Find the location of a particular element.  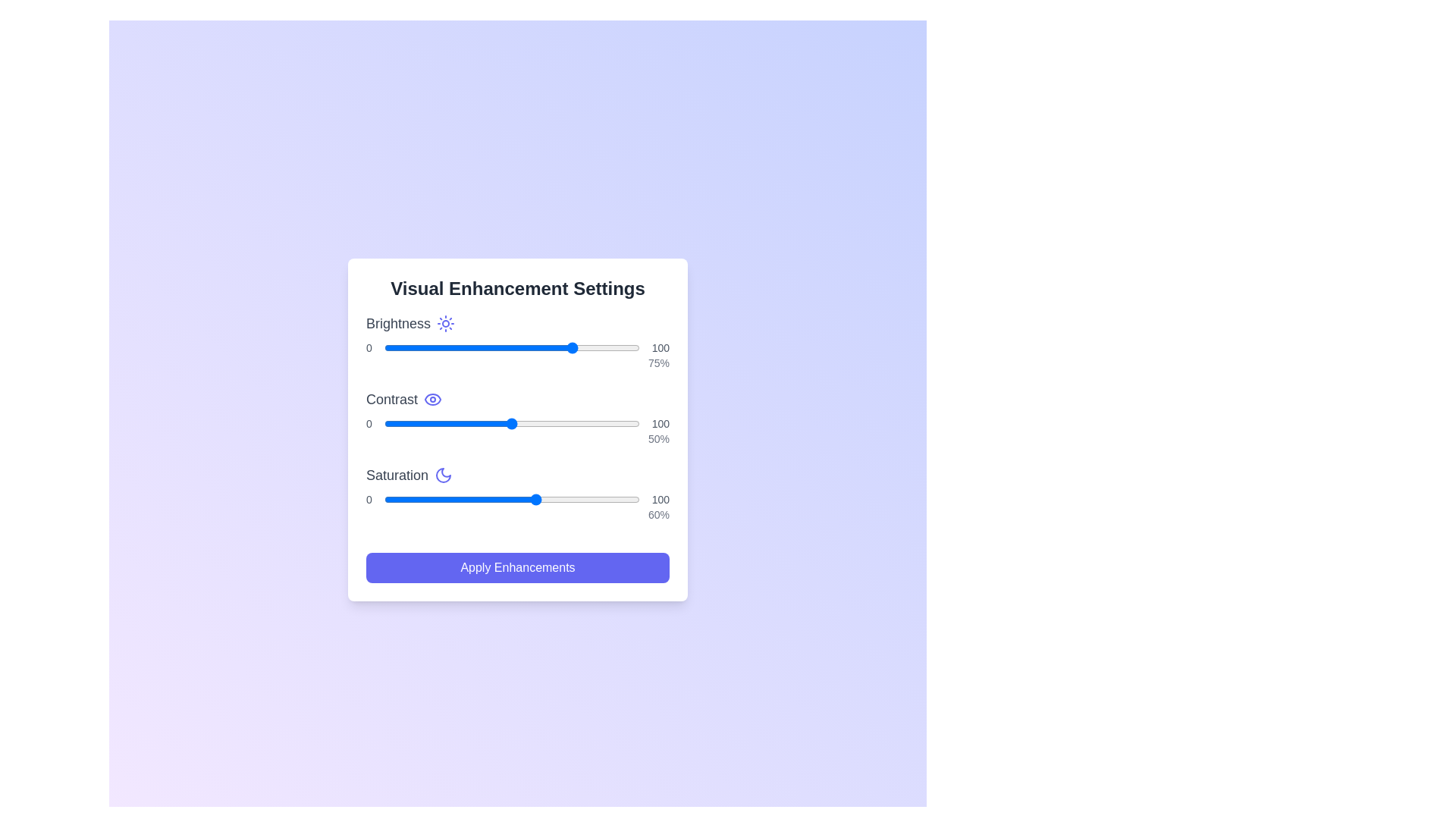

the saturation slider to 48% is located at coordinates (507, 500).